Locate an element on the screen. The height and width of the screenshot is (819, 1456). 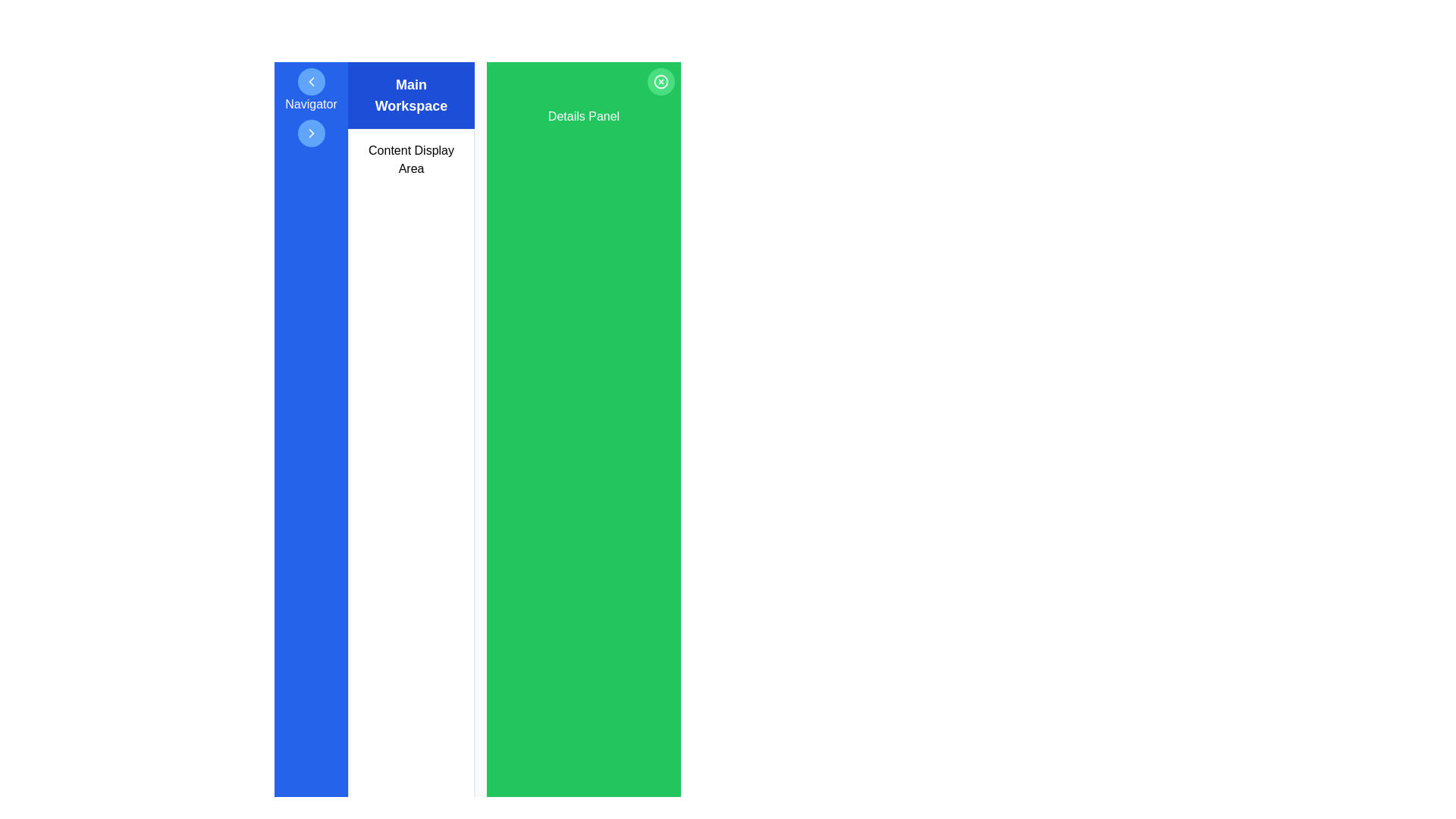
the Chevron Right icon within the blue circular button in the left navigation column, located below the back arrow button and adjacent to the heading 'Navigator' is located at coordinates (310, 133).